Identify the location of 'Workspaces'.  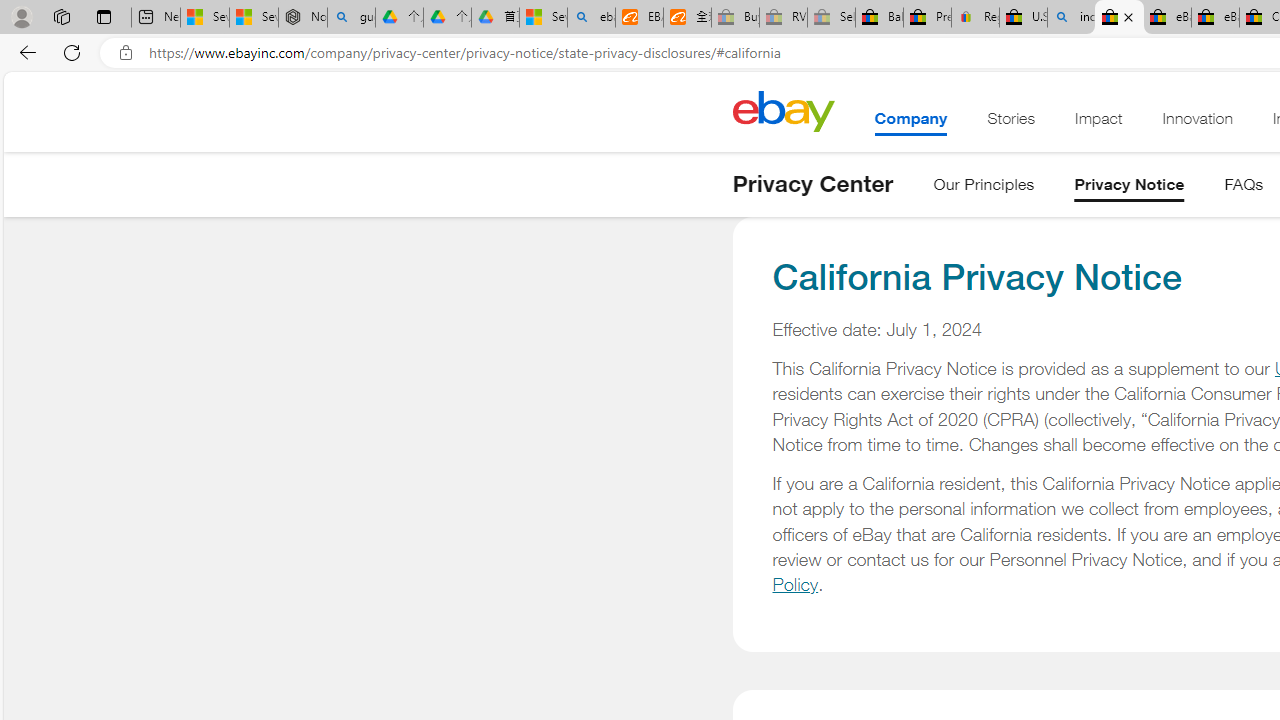
(61, 16).